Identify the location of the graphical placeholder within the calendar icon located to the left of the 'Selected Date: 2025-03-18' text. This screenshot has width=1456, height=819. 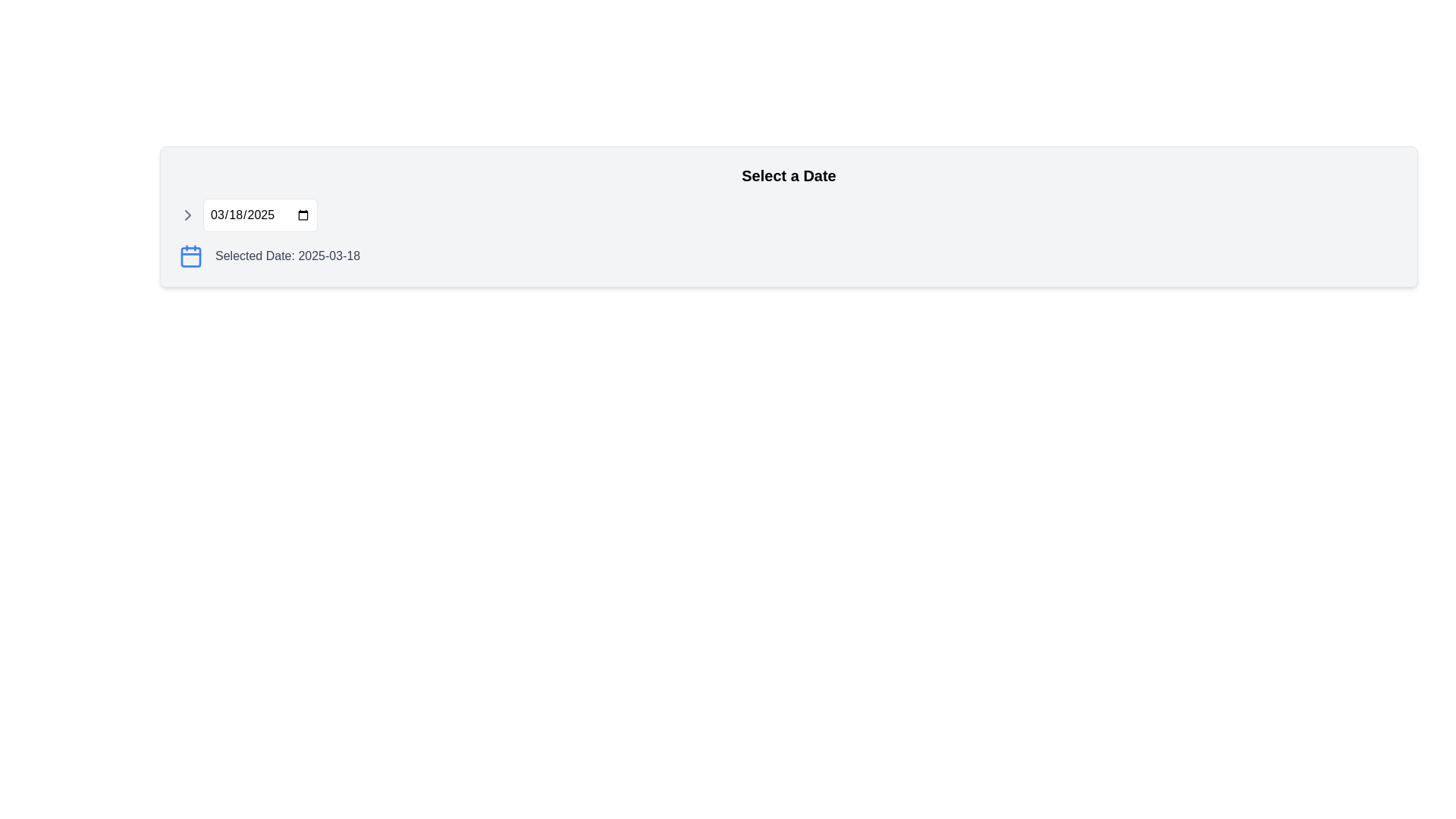
(190, 256).